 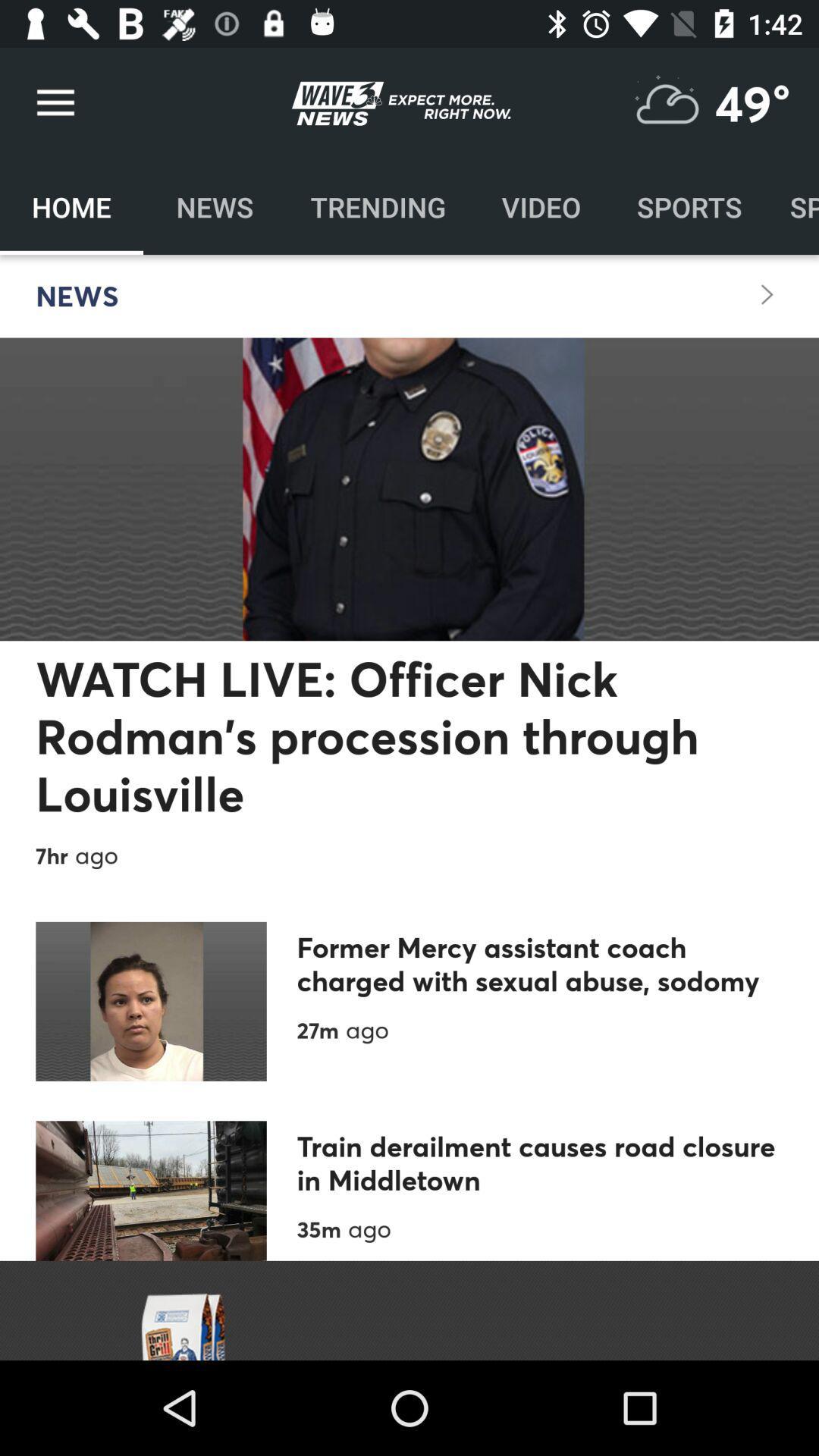 I want to click on advert, so click(x=409, y=1310).